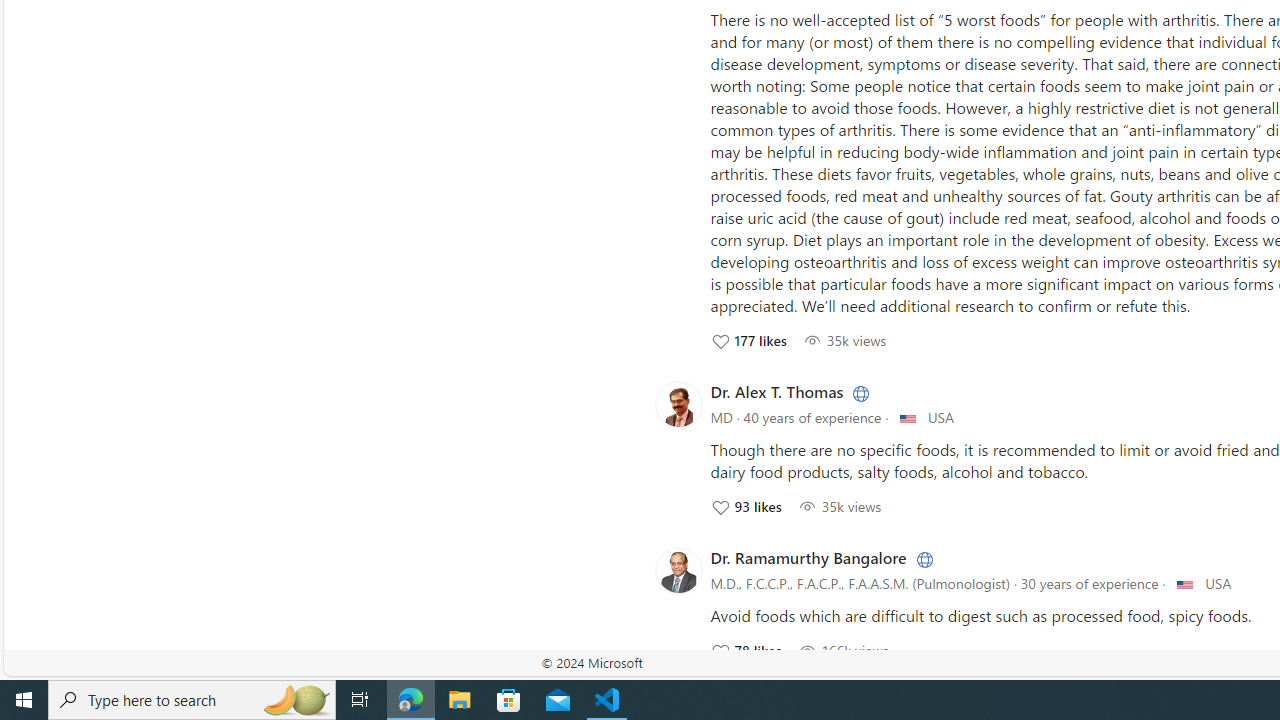 This screenshot has height=720, width=1280. Describe the element at coordinates (843, 650) in the screenshot. I see `'166504 View; Click to View'` at that location.